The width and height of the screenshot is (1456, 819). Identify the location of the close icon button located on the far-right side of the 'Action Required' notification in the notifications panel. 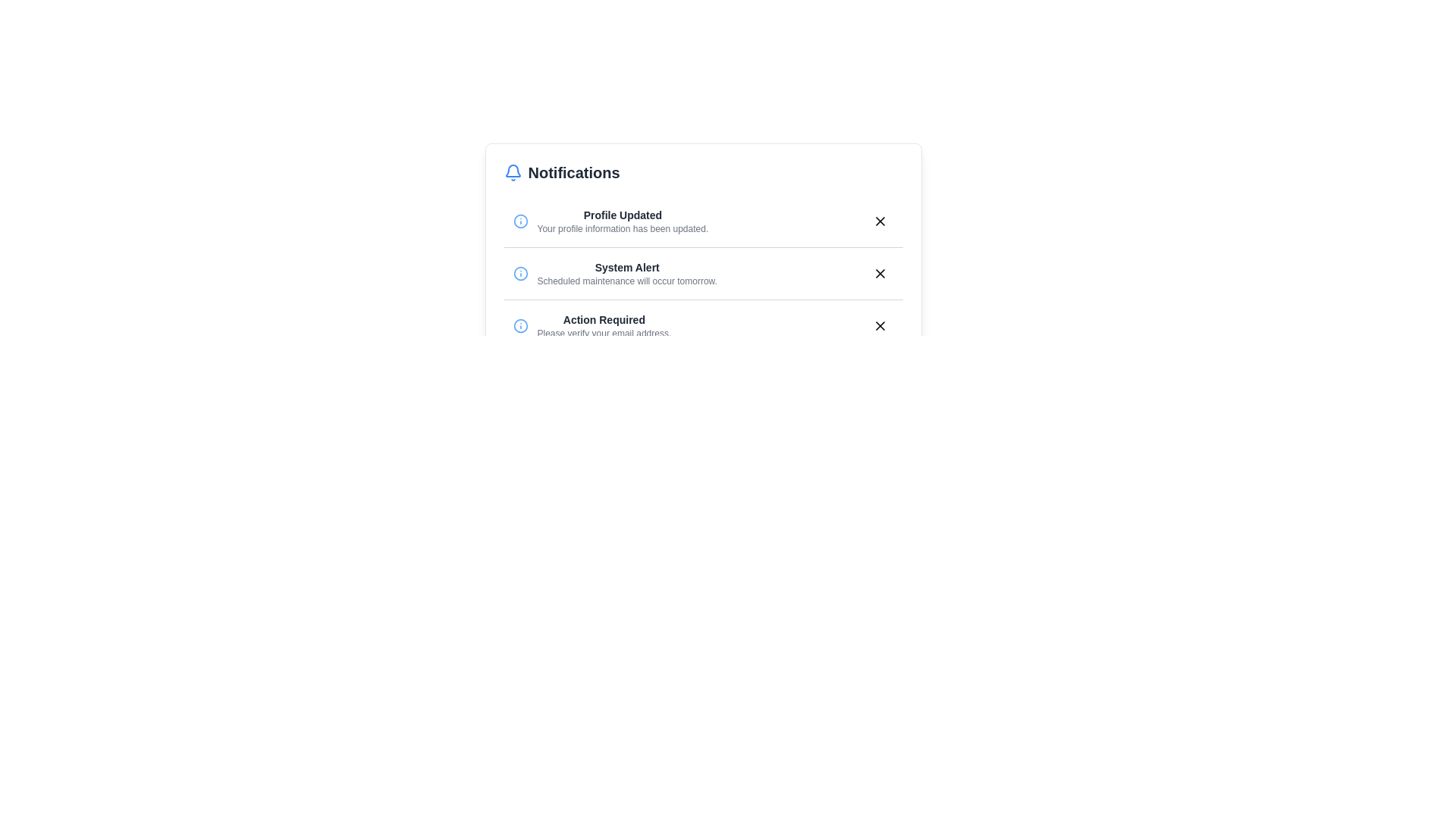
(880, 325).